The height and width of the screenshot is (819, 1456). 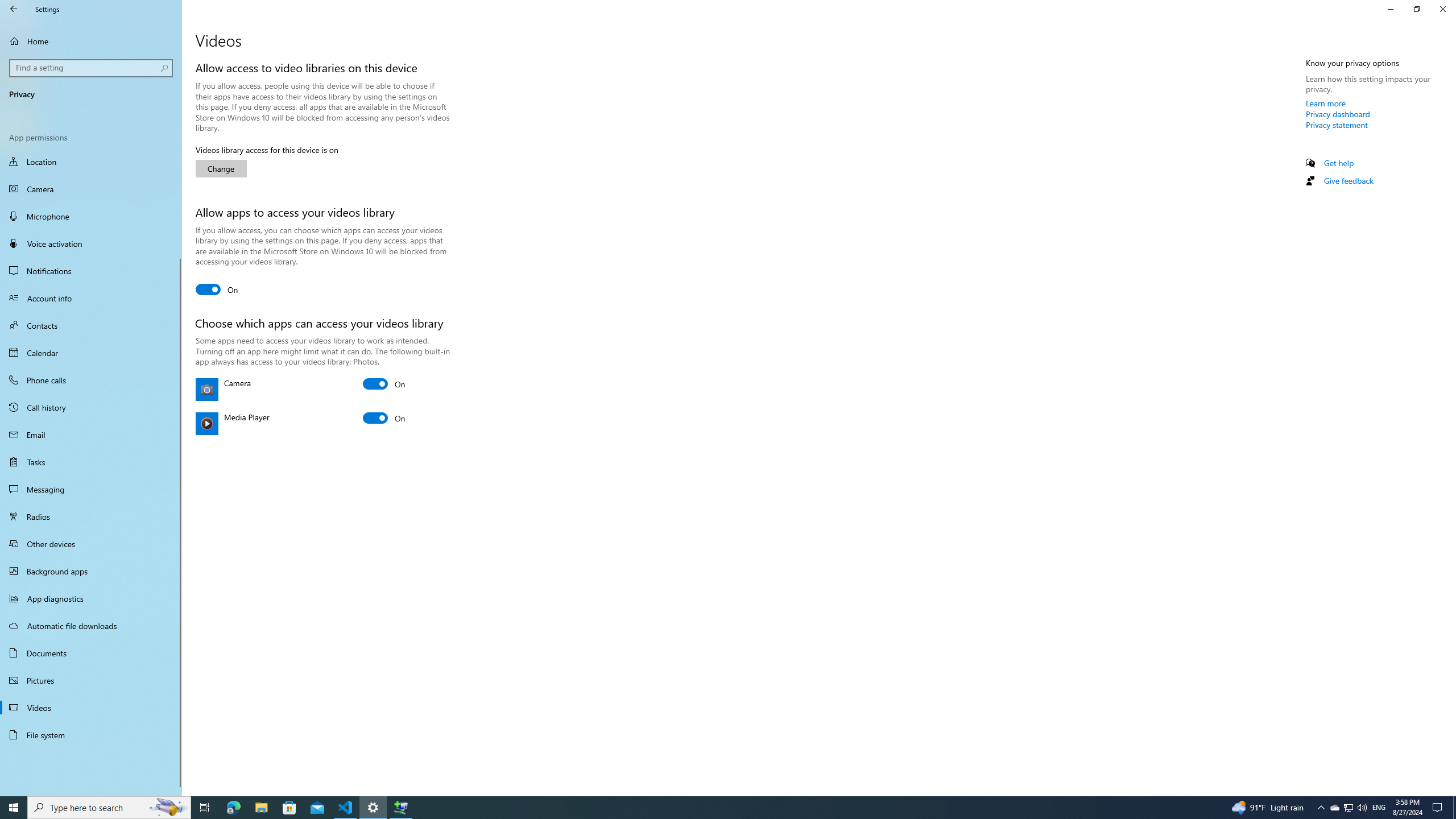 What do you see at coordinates (1338, 113) in the screenshot?
I see `'Privacy dashboard'` at bounding box center [1338, 113].